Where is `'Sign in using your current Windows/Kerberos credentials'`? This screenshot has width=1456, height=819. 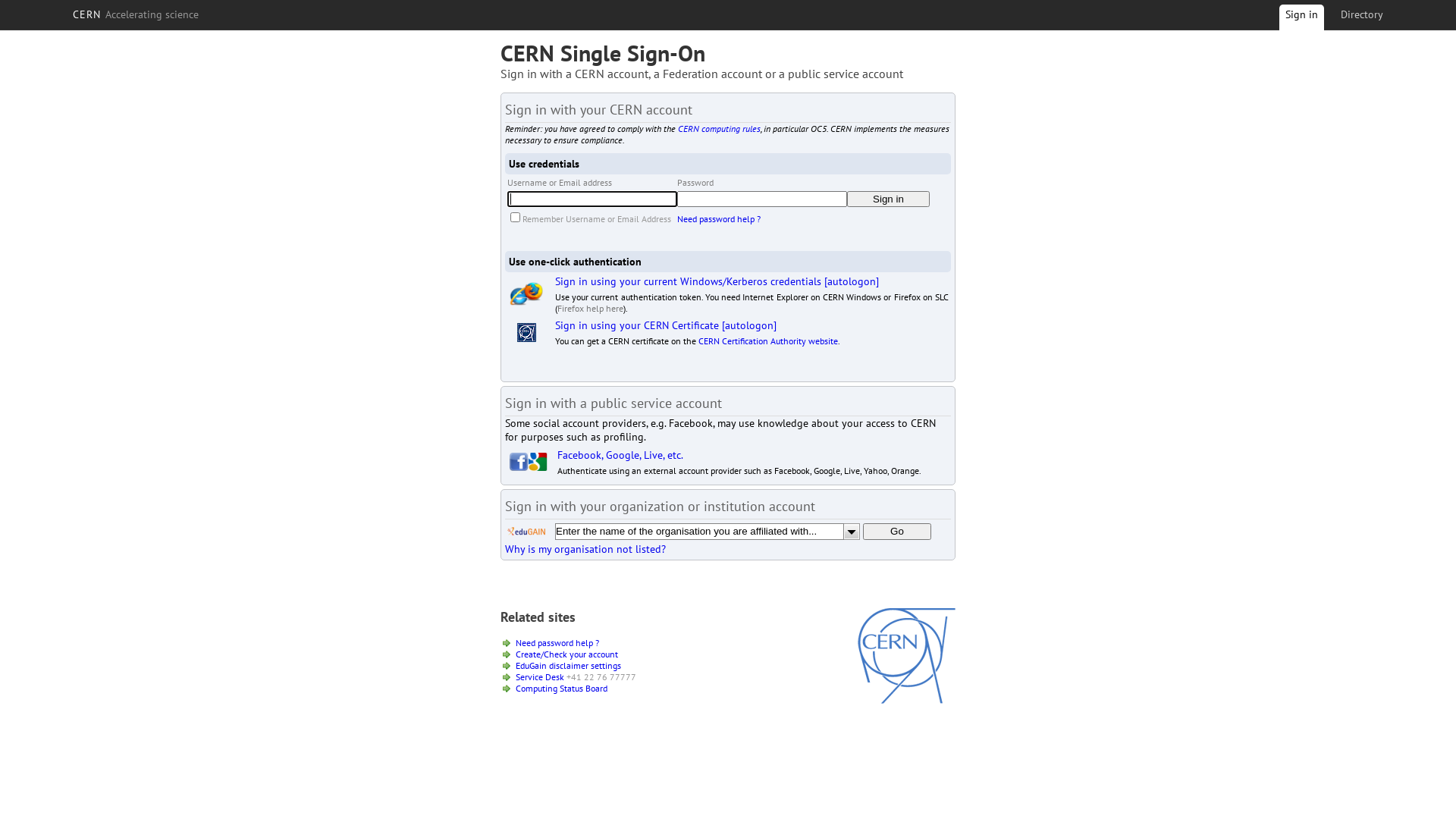 'Sign in using your current Windows/Kerberos credentials' is located at coordinates (687, 281).